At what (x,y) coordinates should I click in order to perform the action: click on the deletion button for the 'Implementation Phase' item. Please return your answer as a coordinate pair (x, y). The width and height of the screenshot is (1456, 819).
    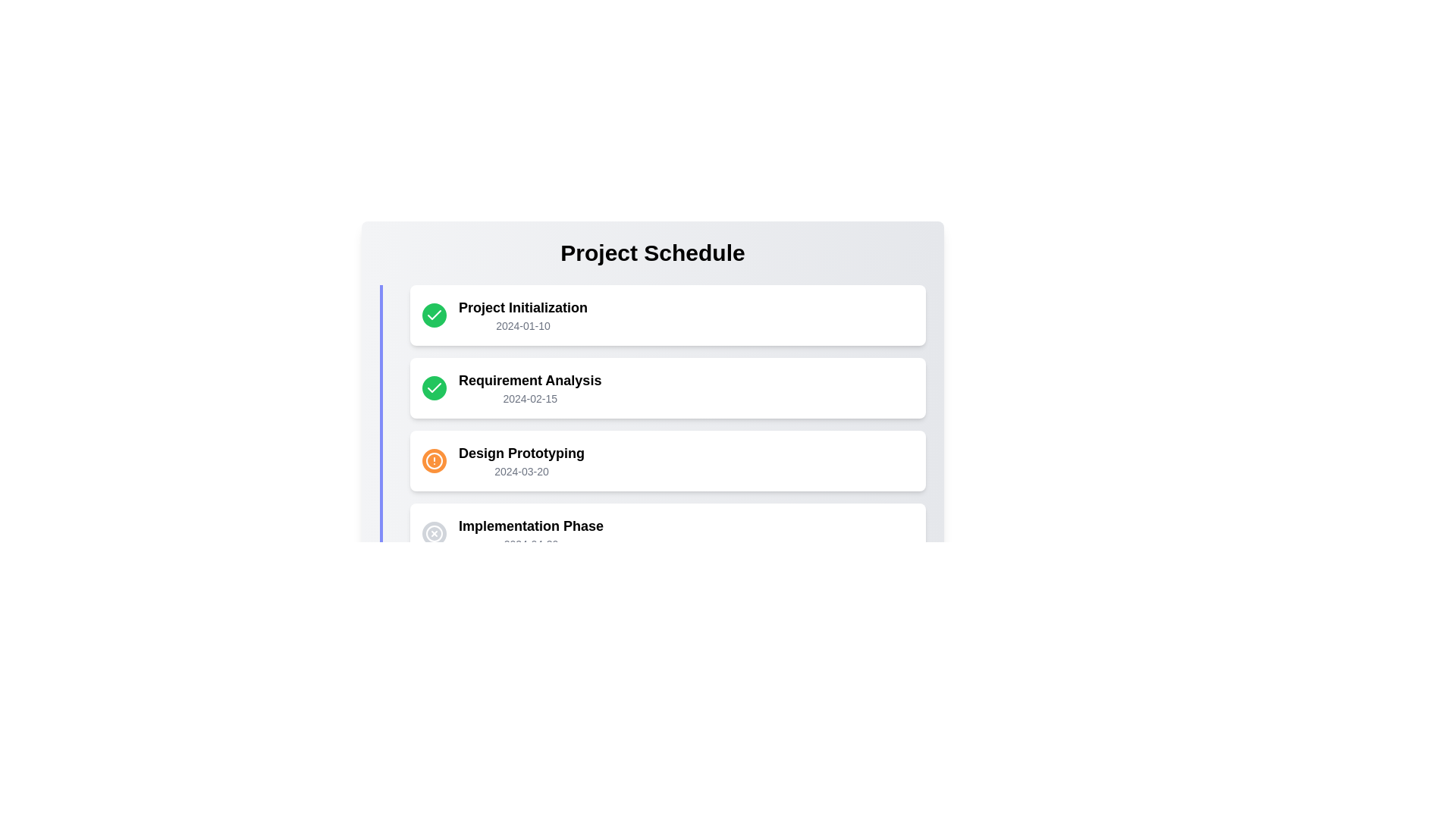
    Looking at the image, I should click on (433, 533).